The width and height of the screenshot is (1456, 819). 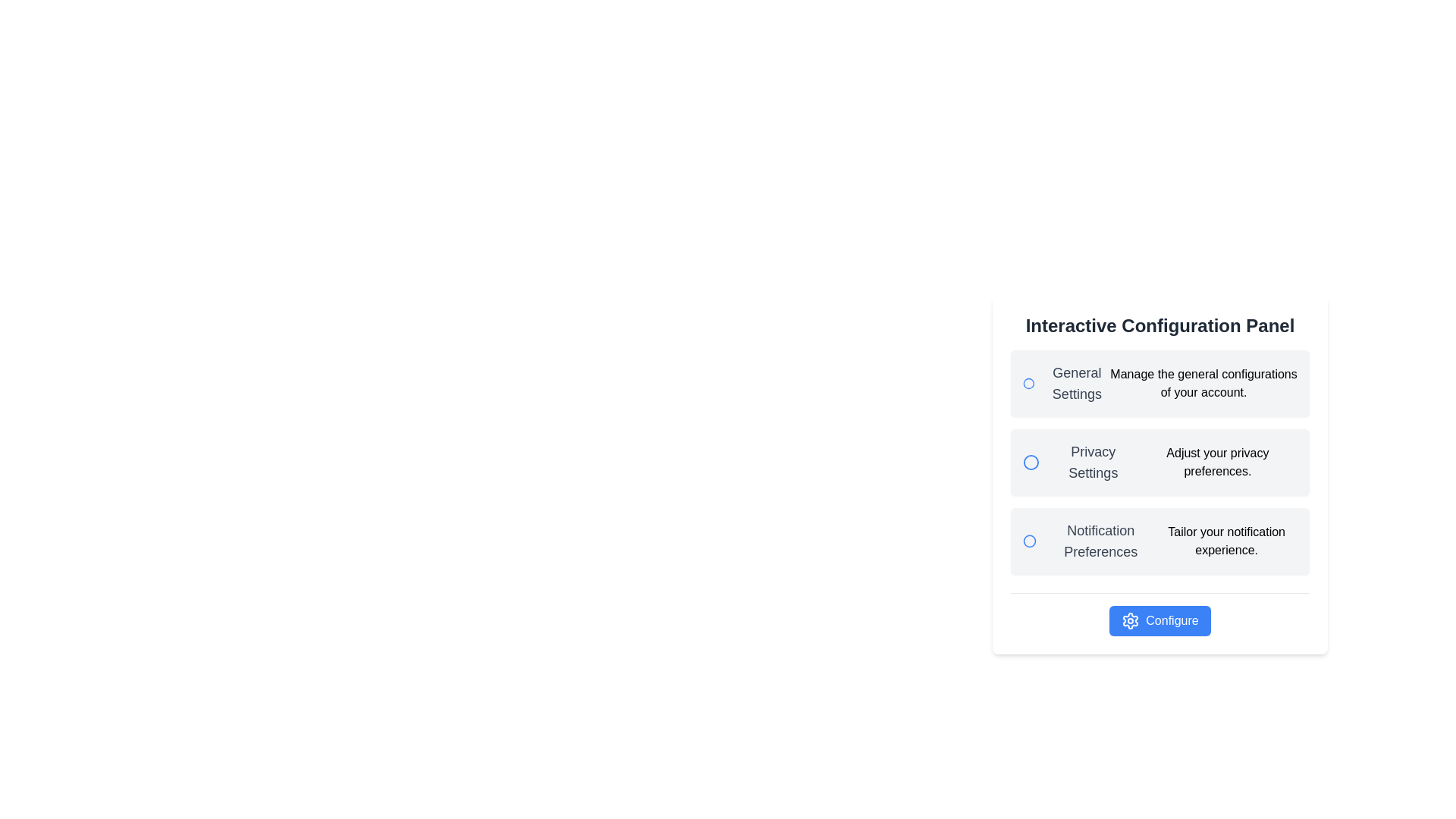 I want to click on the 'General Settings' label in the 'Interactive Configuration Panel', which is the first option in the vertical list of settings, so click(x=1076, y=382).